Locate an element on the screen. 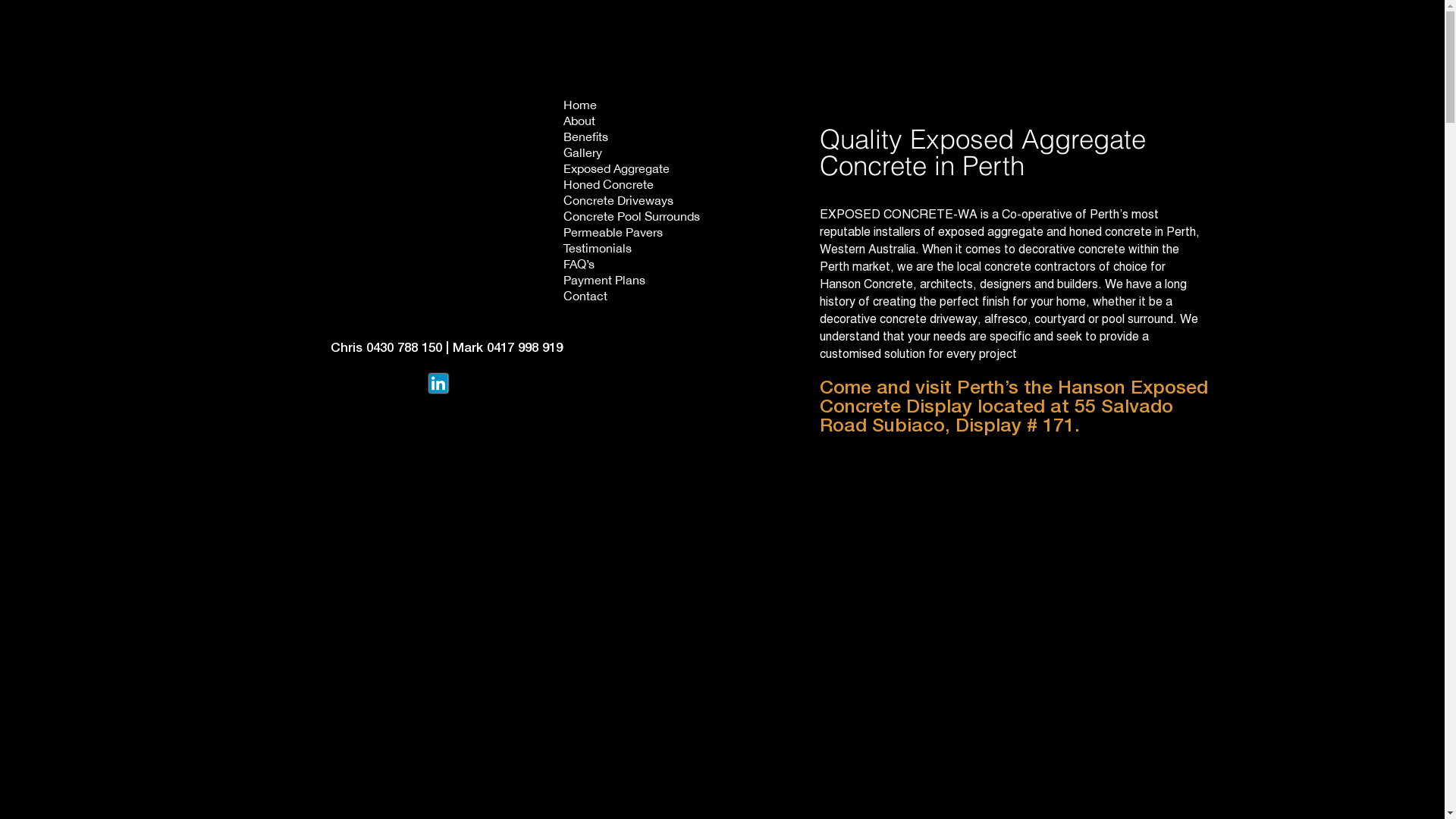 This screenshot has width=1456, height=819. 'Testimonials' is located at coordinates (632, 249).